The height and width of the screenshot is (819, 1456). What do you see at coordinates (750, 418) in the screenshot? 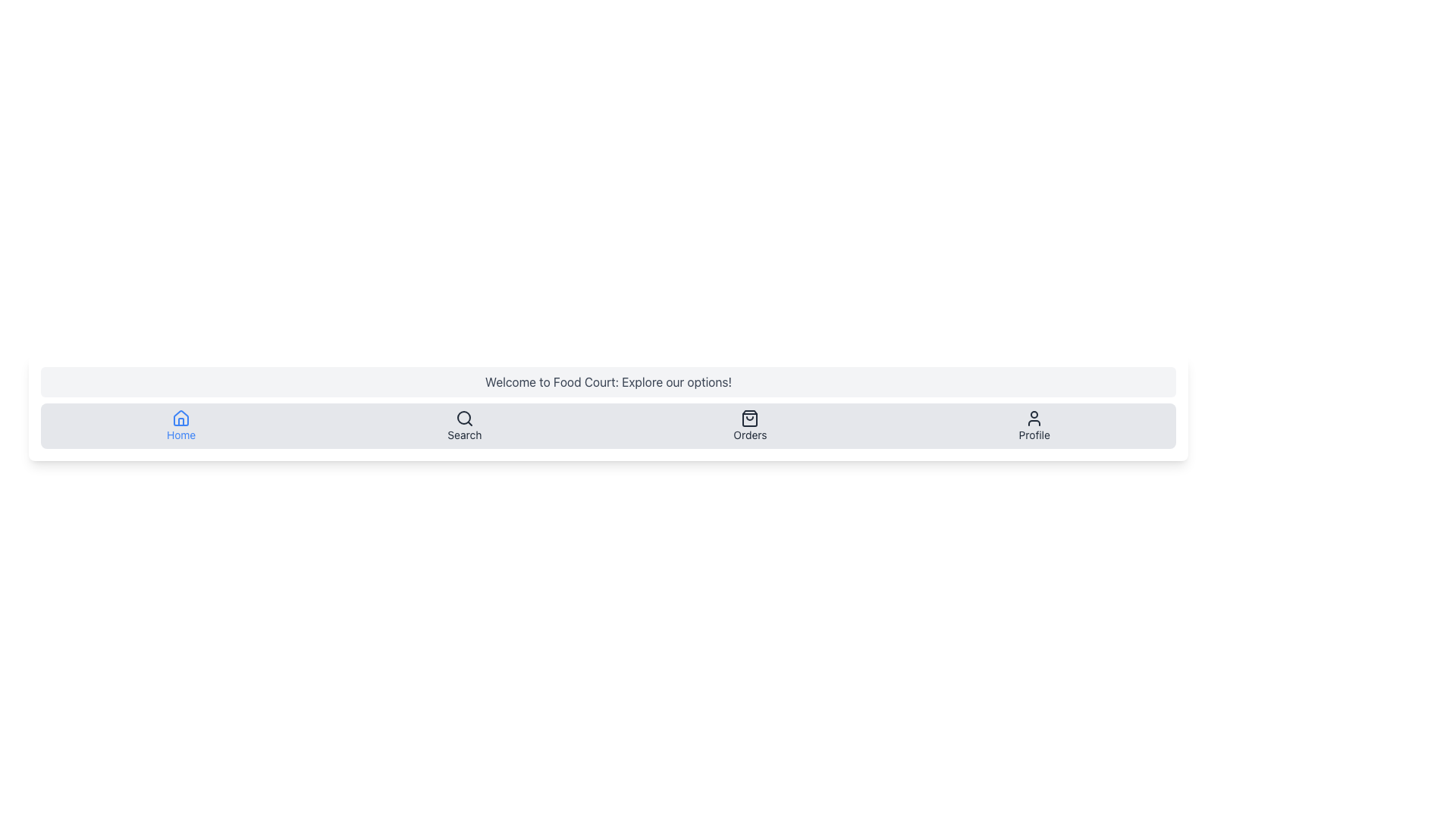
I see `the shopping bag icon in the 'Orders' section of the bottom navigation bar, which is the third item from the left, depicted in a minimalist, outlined style` at bounding box center [750, 418].